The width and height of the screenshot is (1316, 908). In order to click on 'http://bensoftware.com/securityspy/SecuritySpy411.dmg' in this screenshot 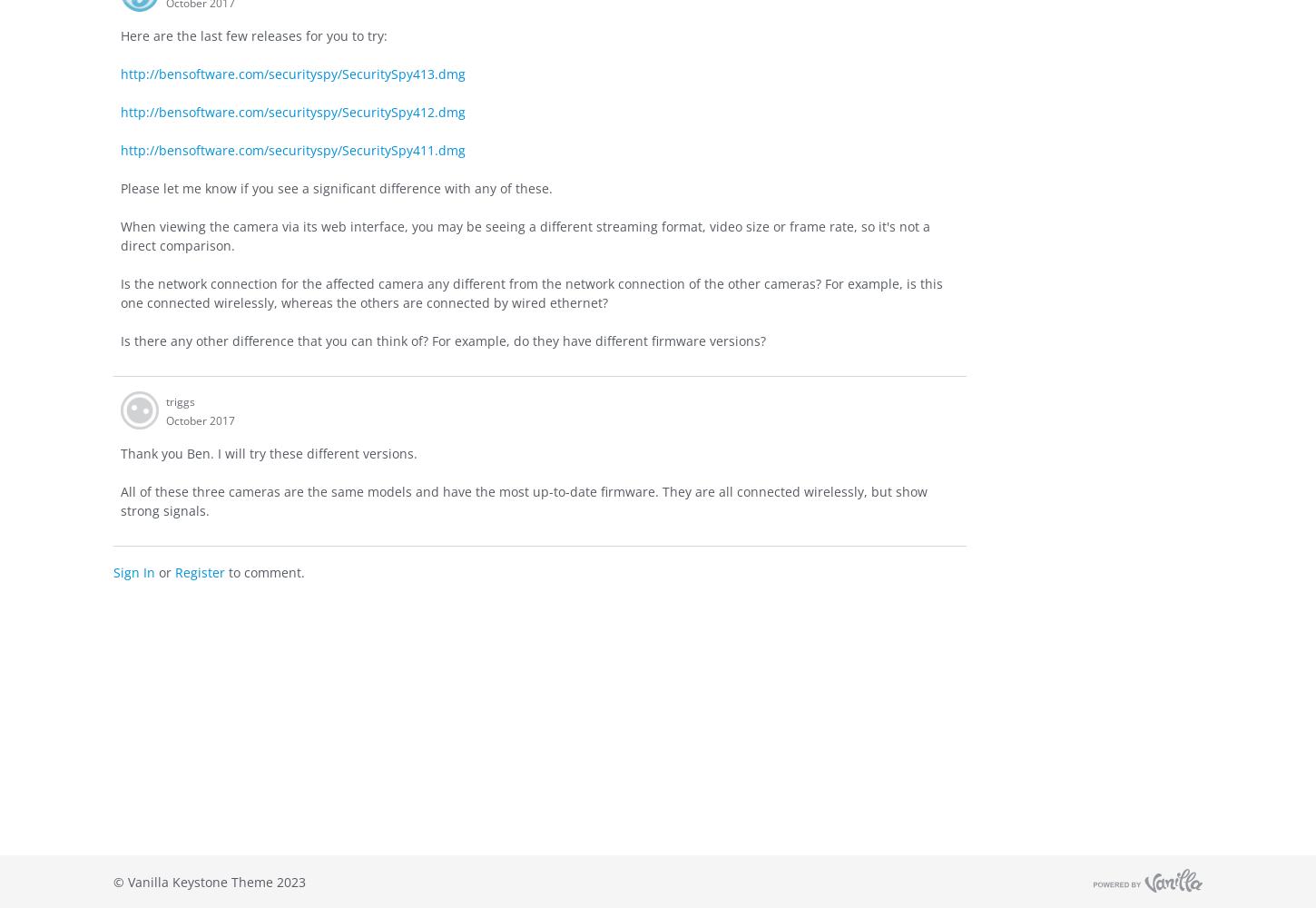, I will do `click(293, 149)`.